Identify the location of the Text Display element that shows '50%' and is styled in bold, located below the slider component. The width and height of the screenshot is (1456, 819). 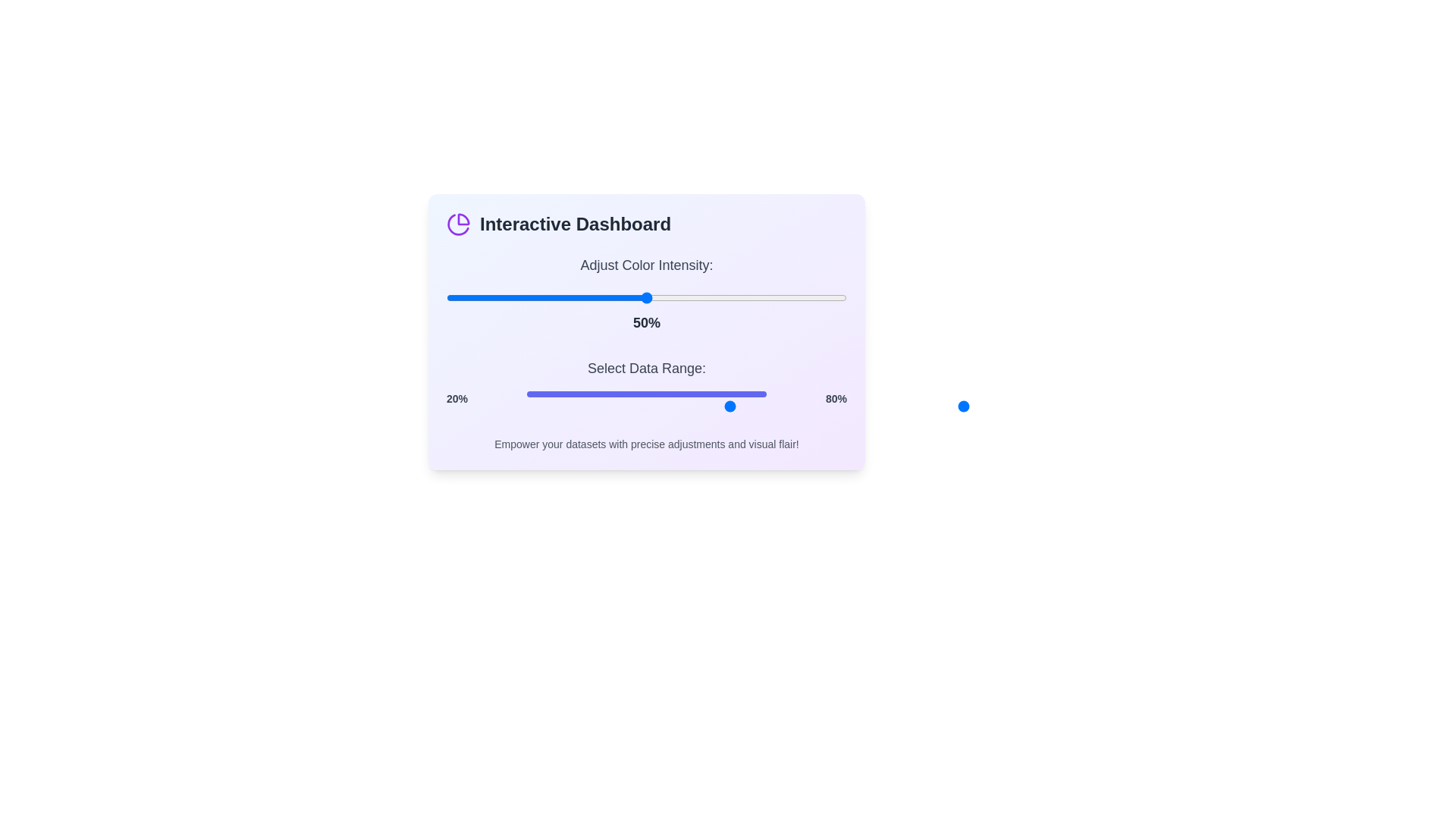
(647, 322).